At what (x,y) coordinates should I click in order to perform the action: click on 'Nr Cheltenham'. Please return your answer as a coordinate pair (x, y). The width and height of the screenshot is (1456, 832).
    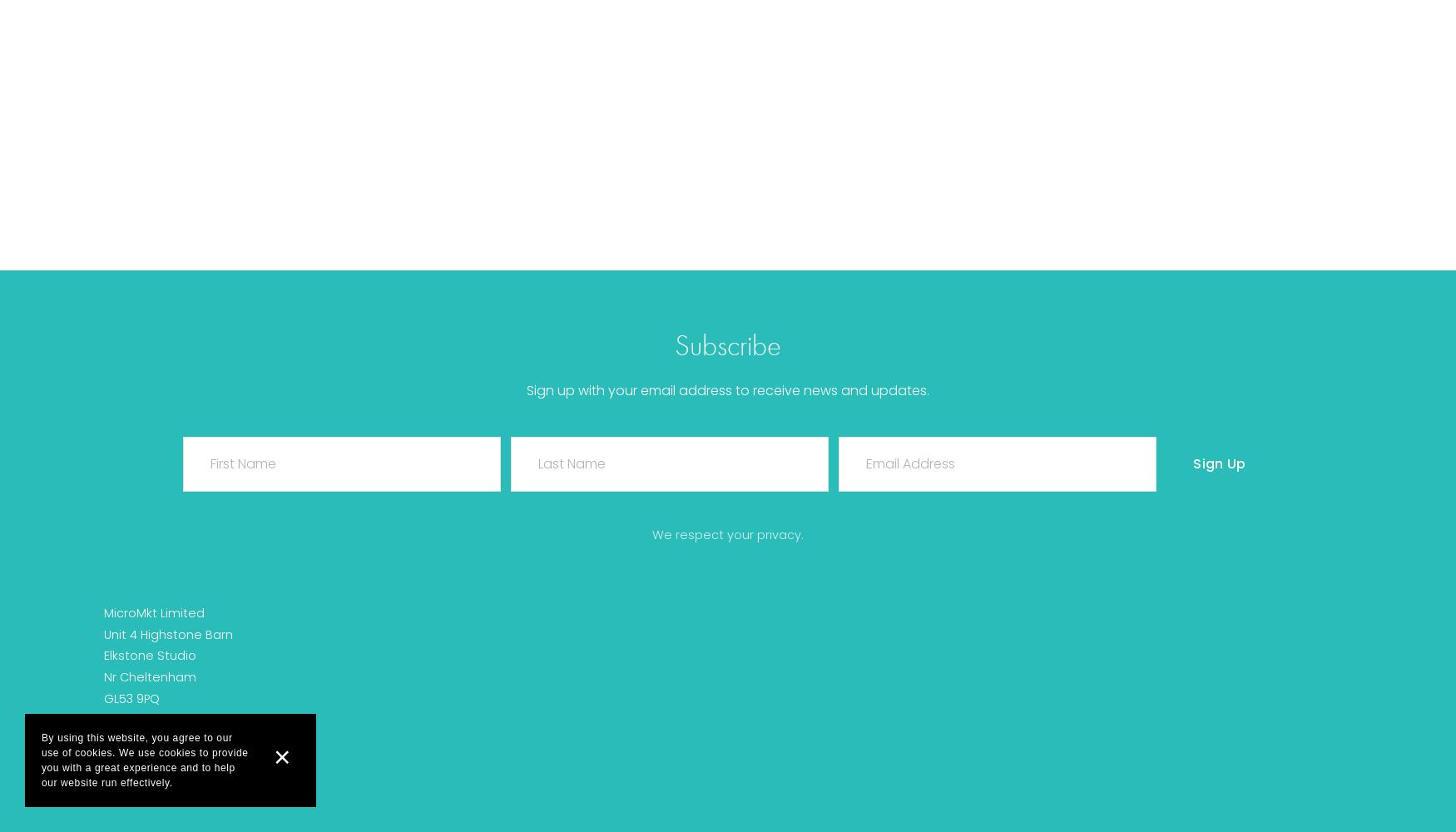
    Looking at the image, I should click on (149, 676).